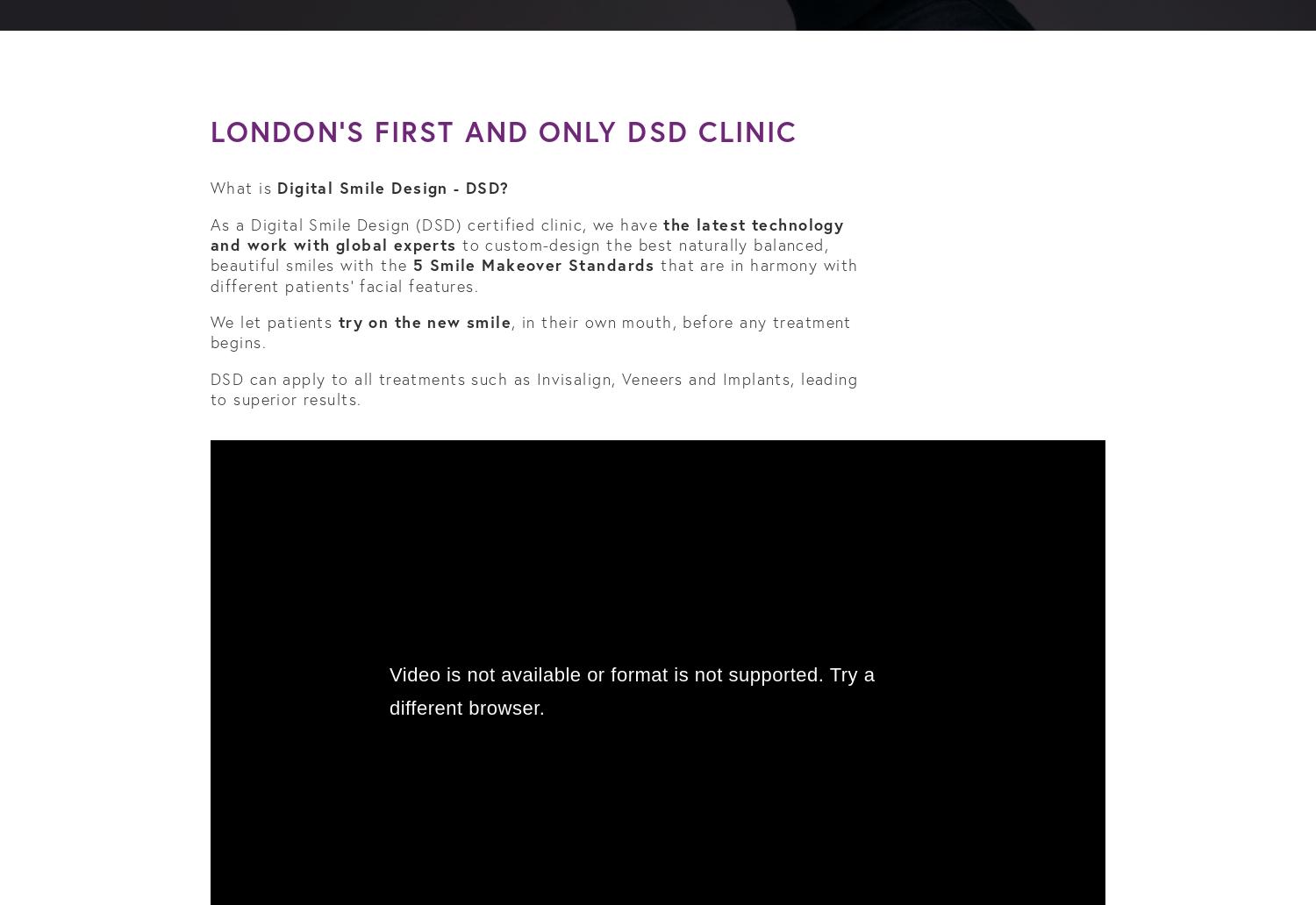 This screenshot has height=905, width=1316. I want to click on '00:00', so click(232, 894).